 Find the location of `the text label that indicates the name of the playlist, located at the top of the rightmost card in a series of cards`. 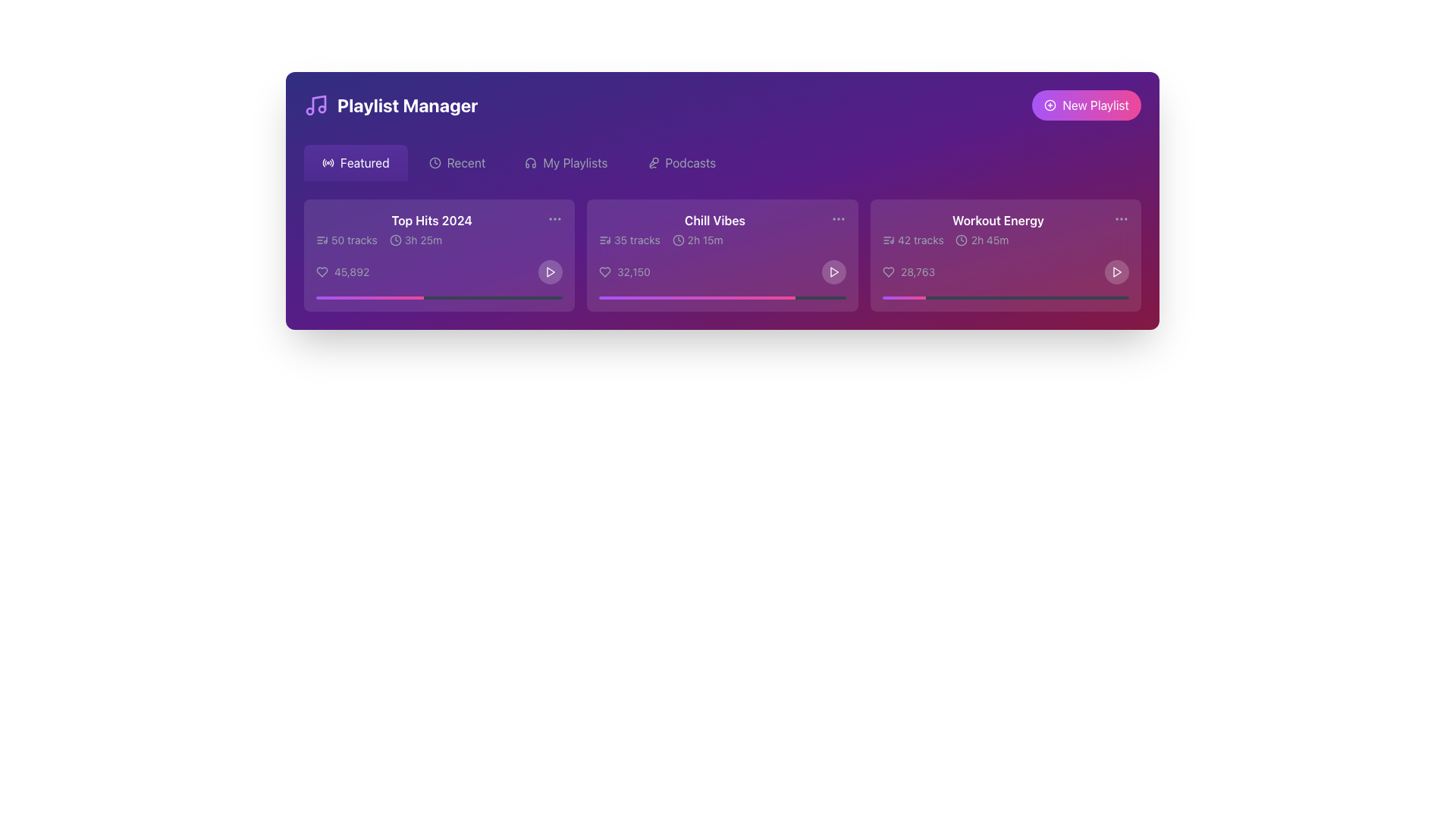

the text label that indicates the name of the playlist, located at the top of the rightmost card in a series of cards is located at coordinates (998, 220).